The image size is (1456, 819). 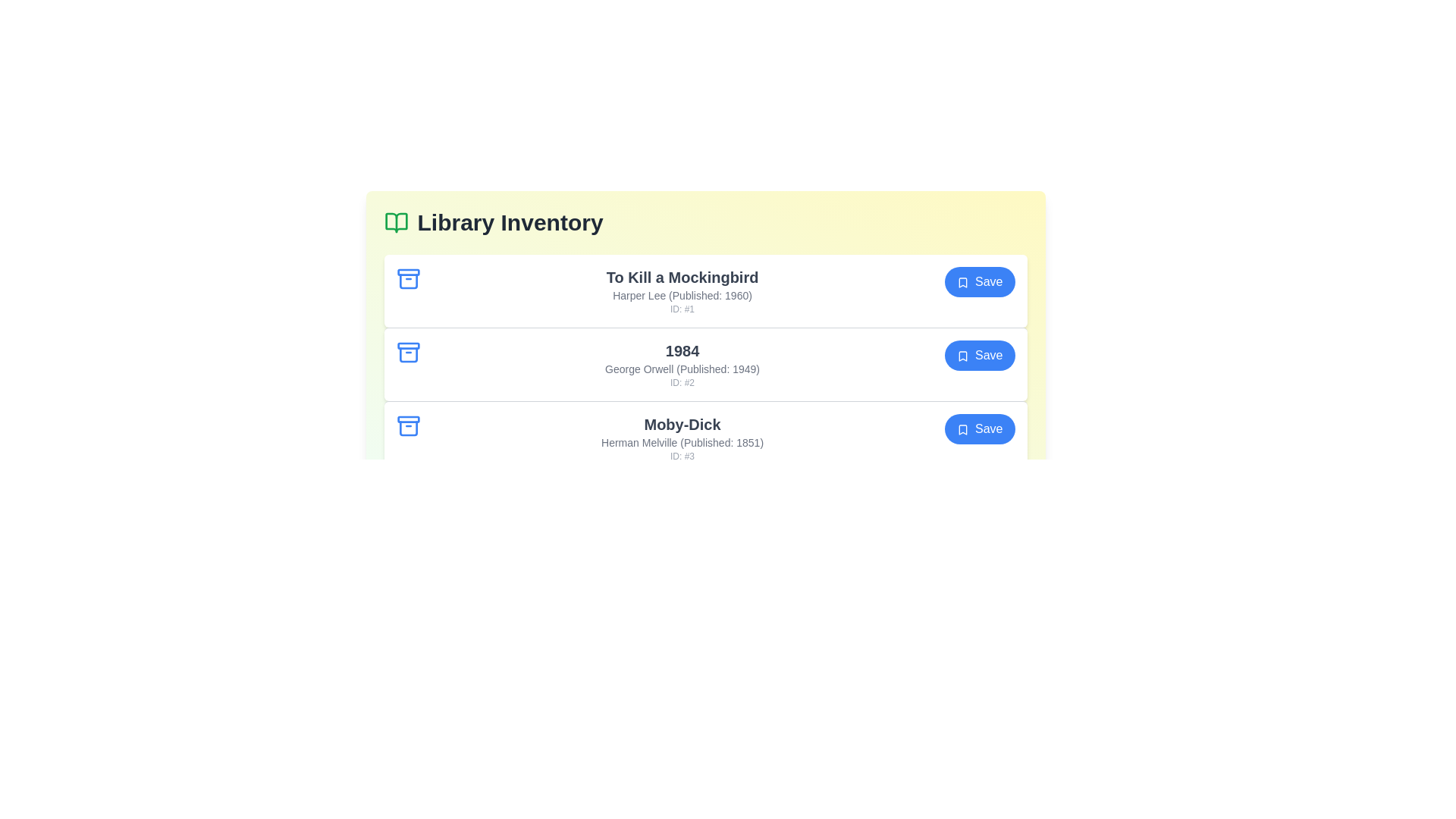 What do you see at coordinates (408, 353) in the screenshot?
I see `the 'Archive' icon next to the book titled 1984` at bounding box center [408, 353].